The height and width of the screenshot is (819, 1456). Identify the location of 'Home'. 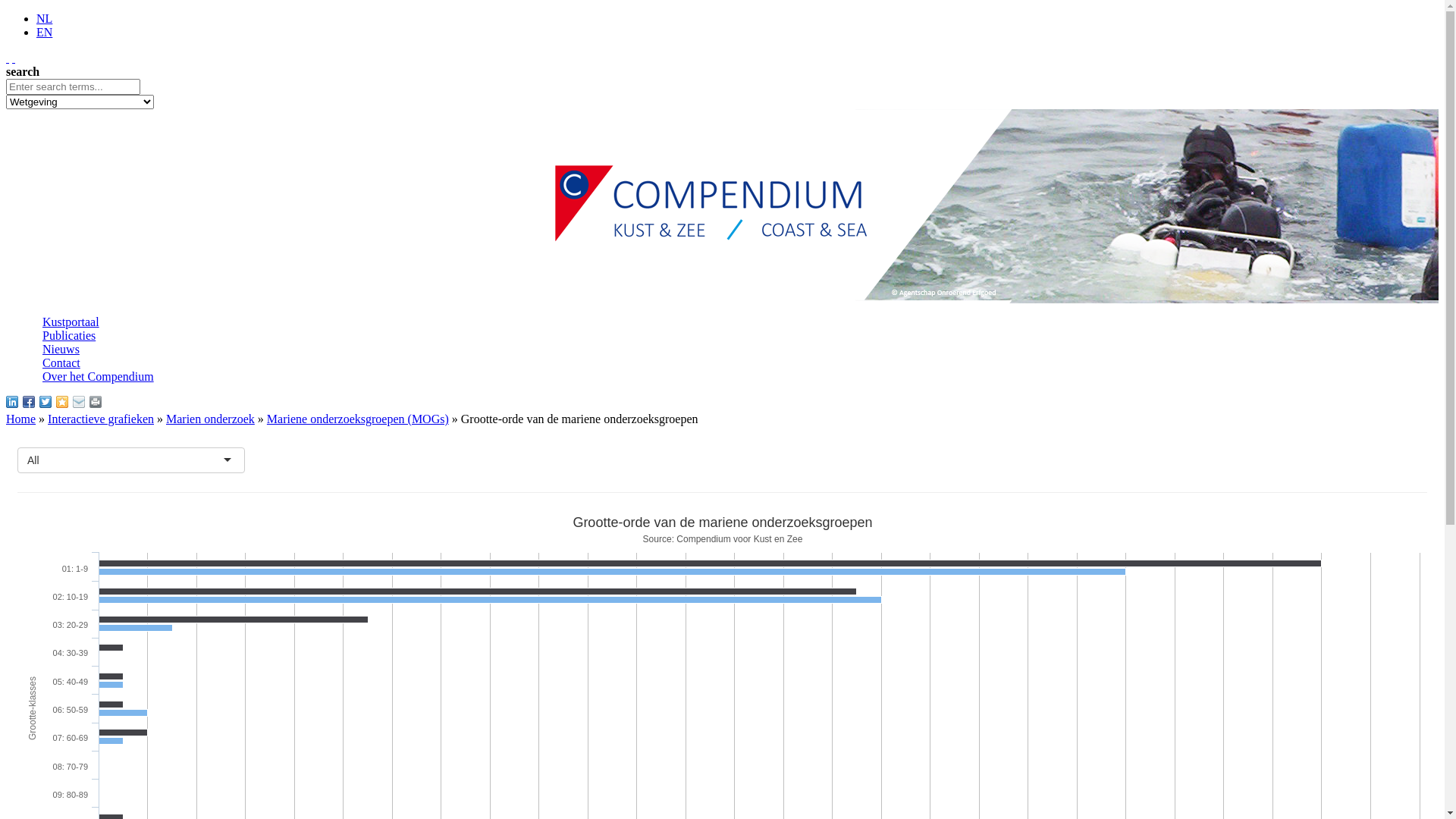
(20, 419).